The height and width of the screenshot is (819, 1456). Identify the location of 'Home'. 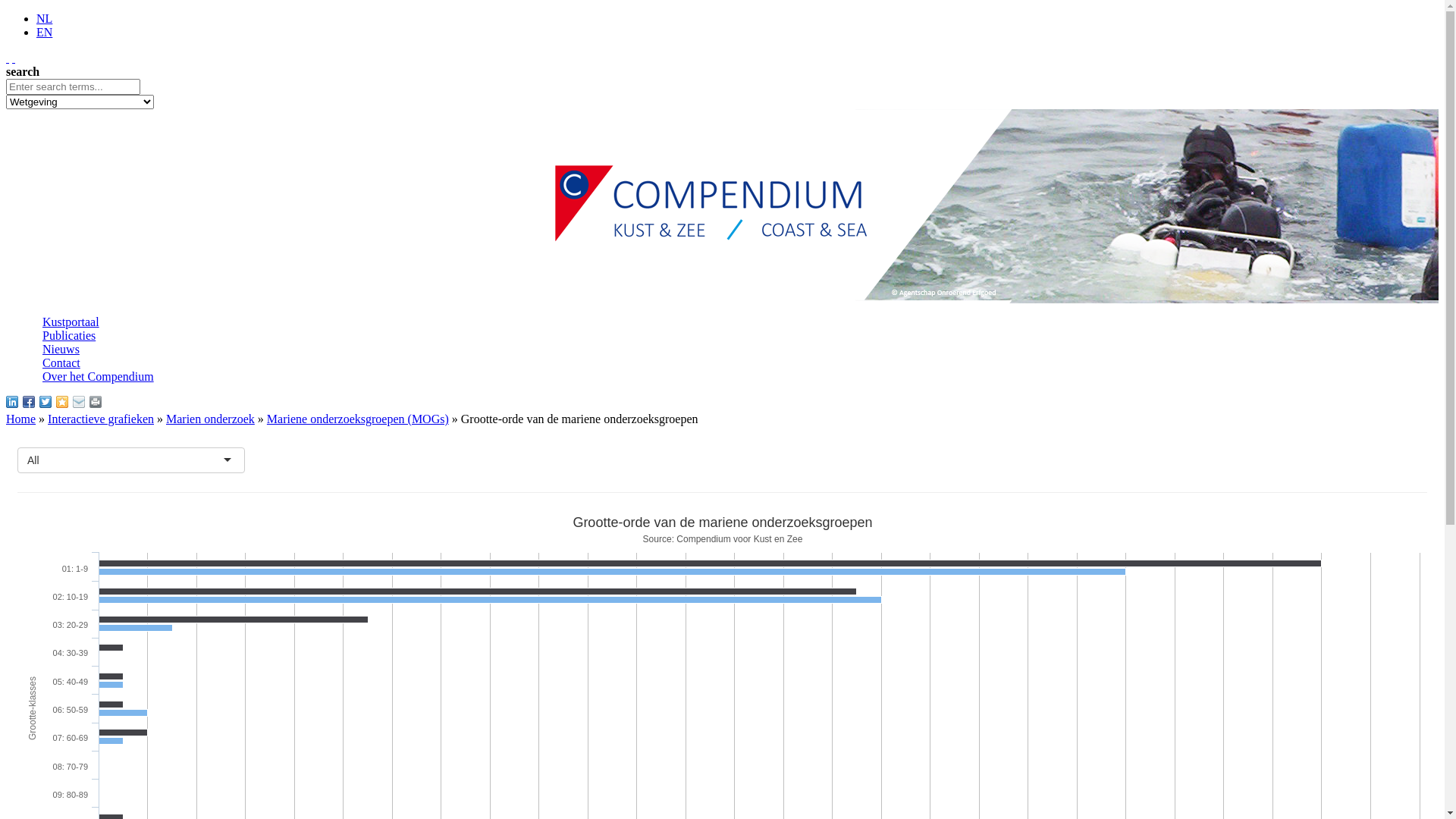
(20, 419).